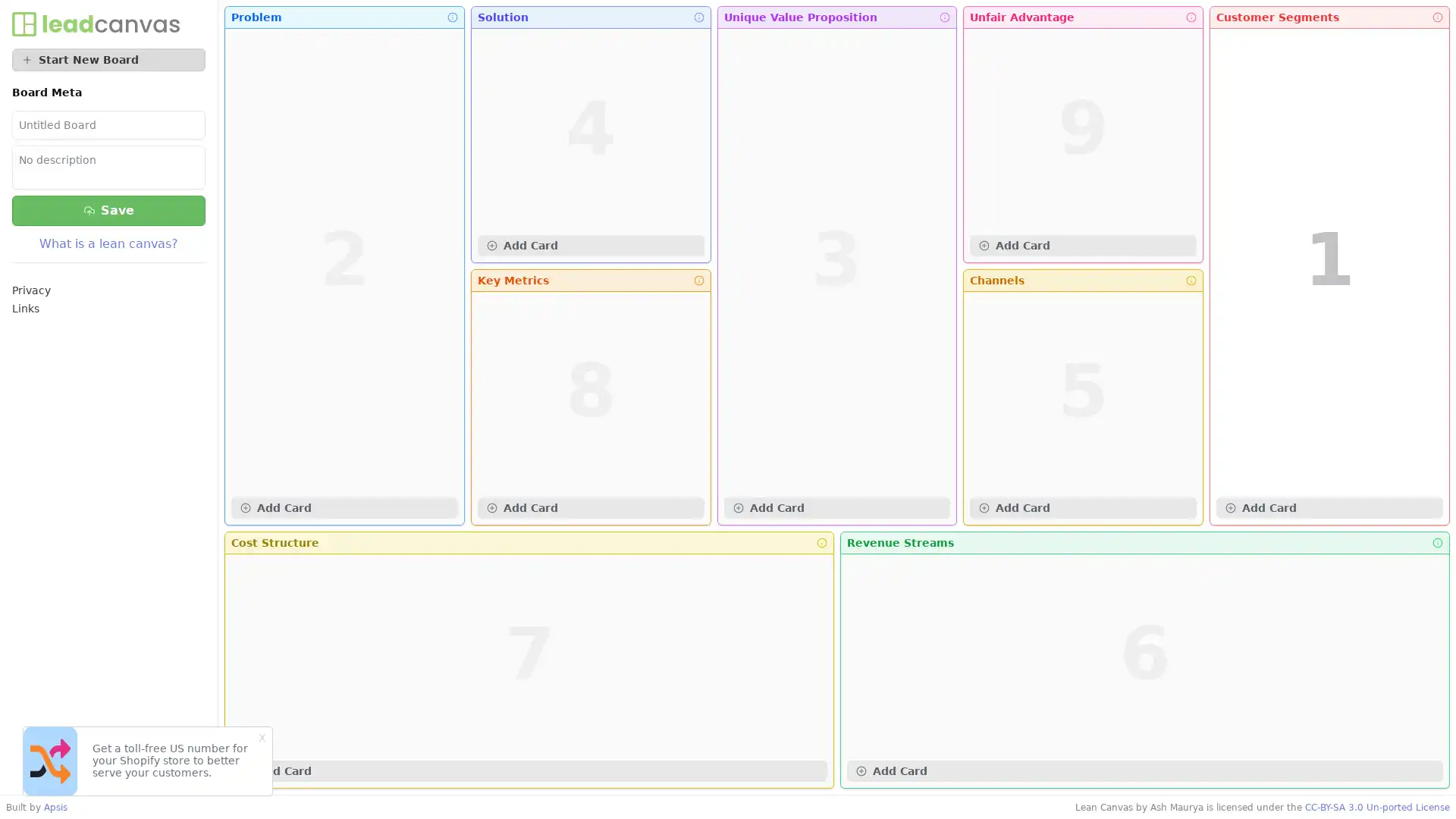 The image size is (1456, 819). Describe the element at coordinates (1082, 244) in the screenshot. I see `Add Card` at that location.